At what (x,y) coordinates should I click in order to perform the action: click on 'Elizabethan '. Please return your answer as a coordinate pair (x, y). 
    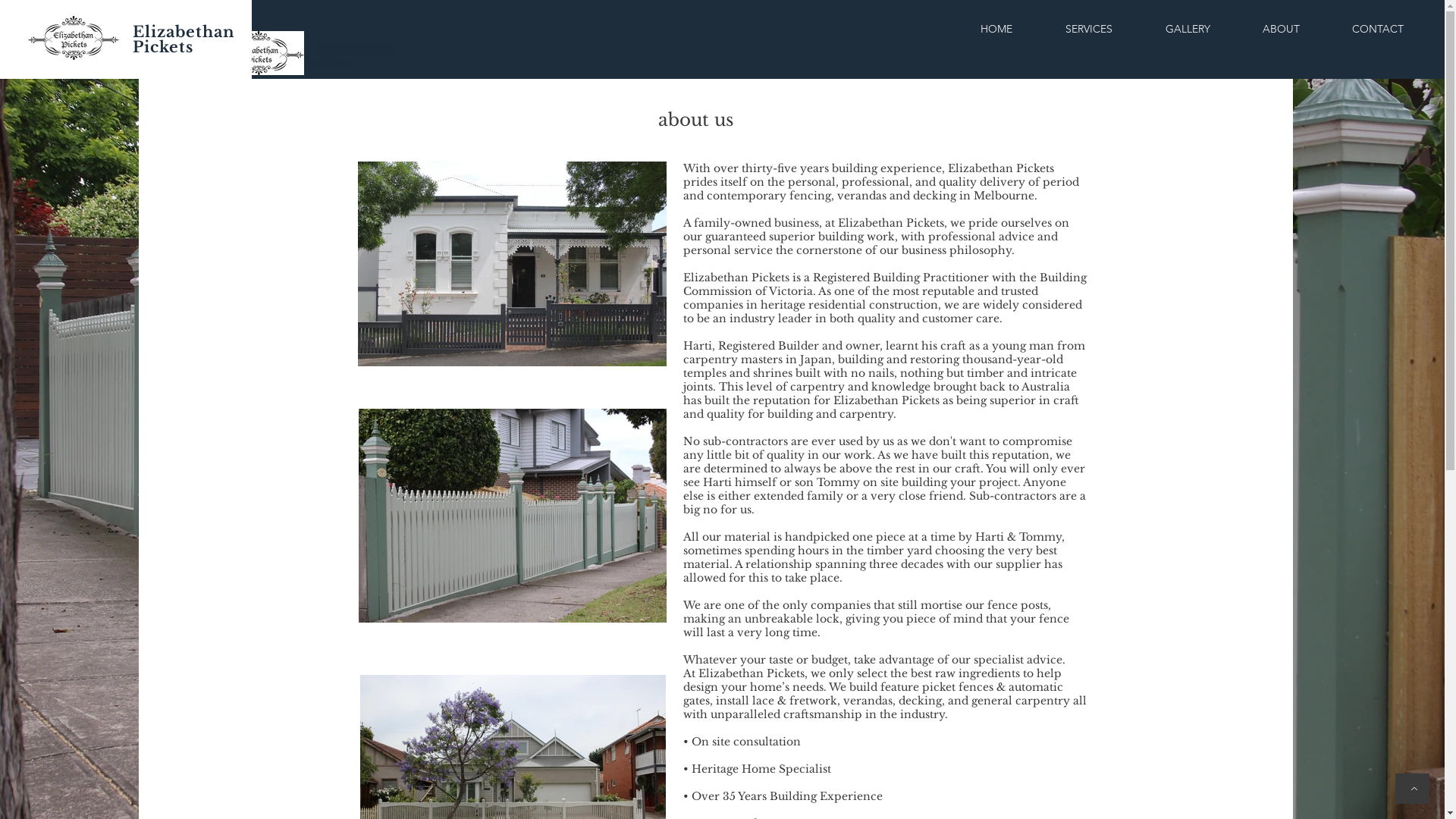
    Looking at the image, I should click on (185, 32).